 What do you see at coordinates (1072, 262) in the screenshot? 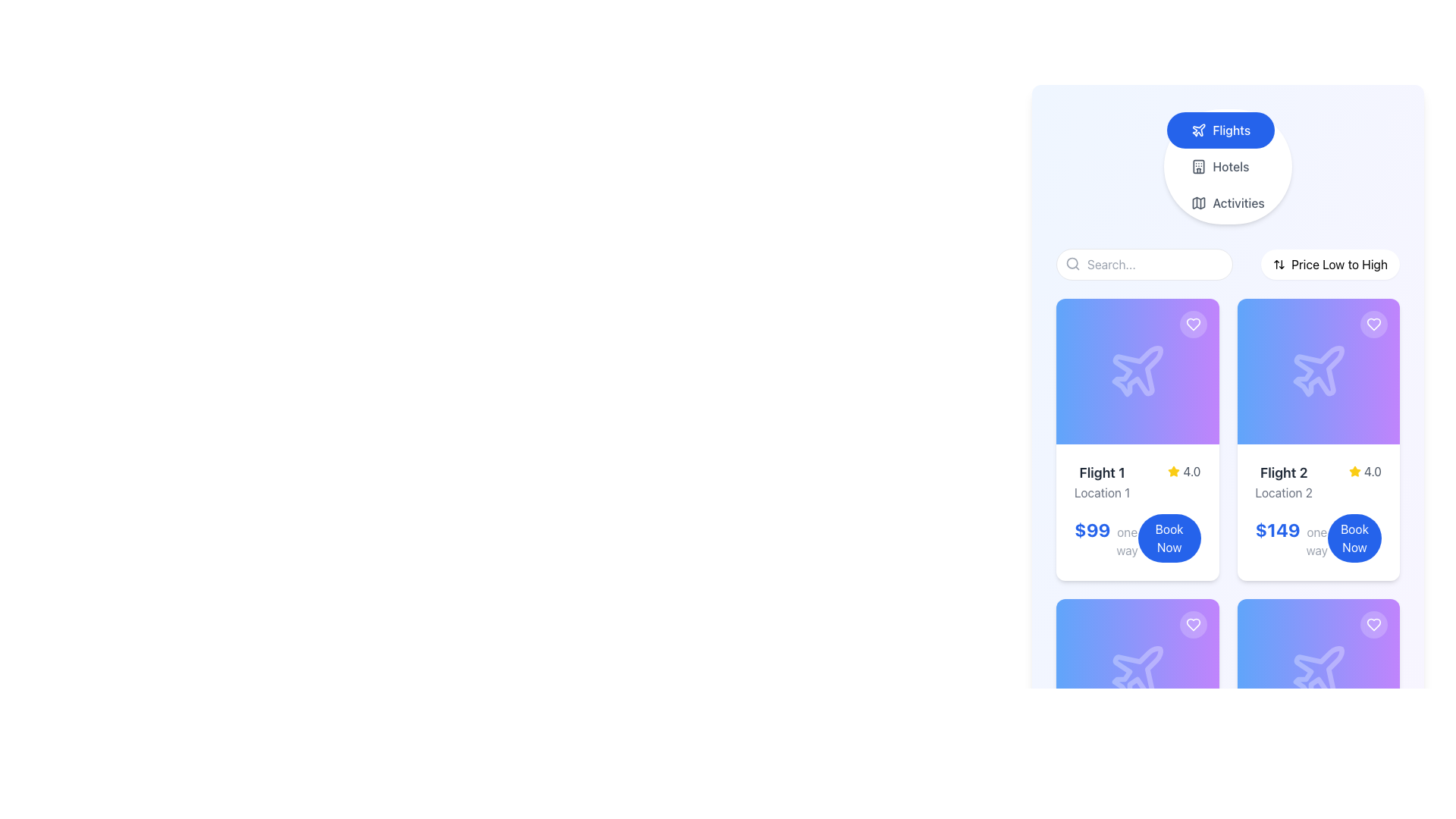
I see `the search icon which represents the search feature, located to the left of the input field` at bounding box center [1072, 262].